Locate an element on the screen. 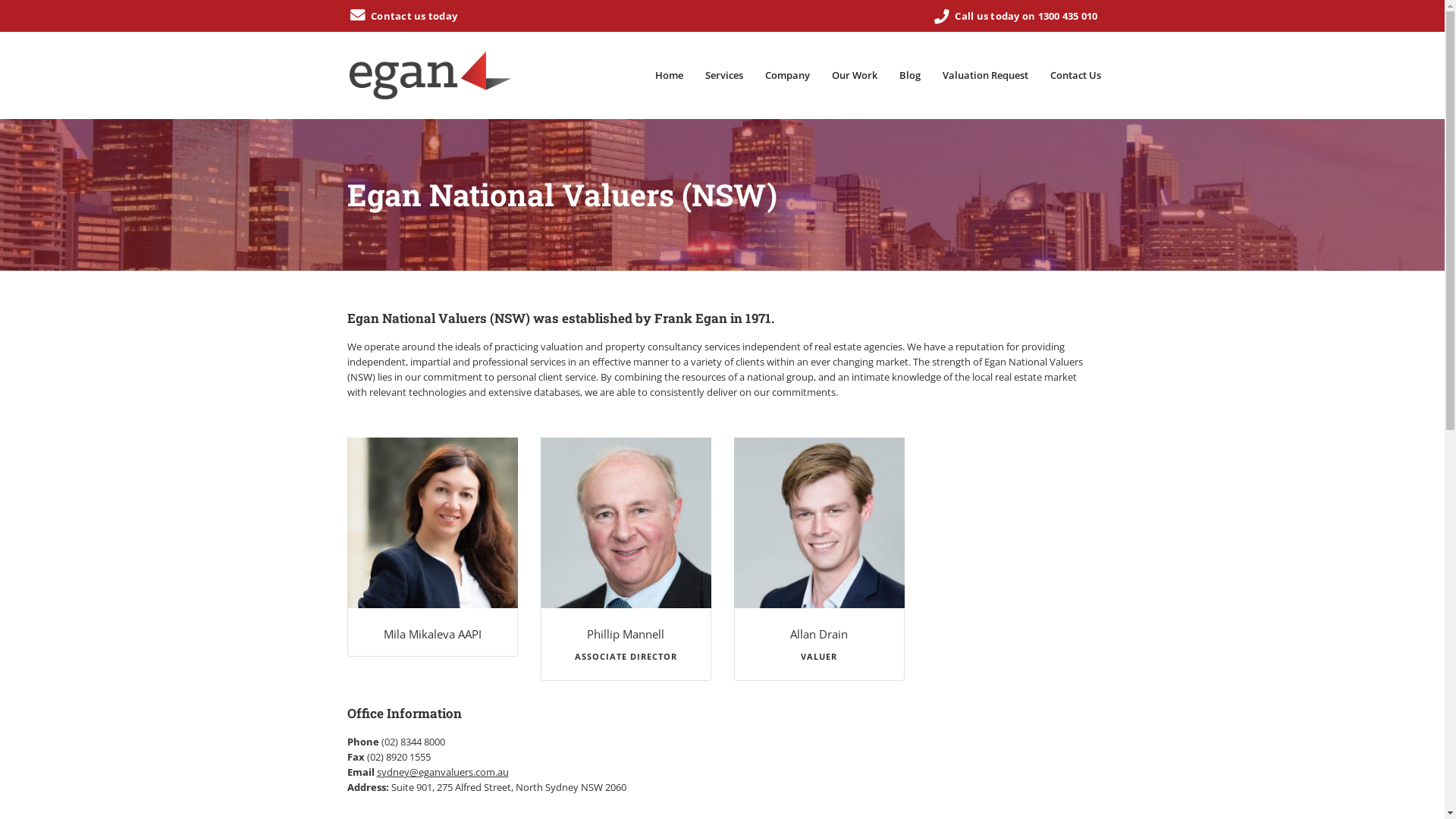  'Contact us today' is located at coordinates (403, 15).